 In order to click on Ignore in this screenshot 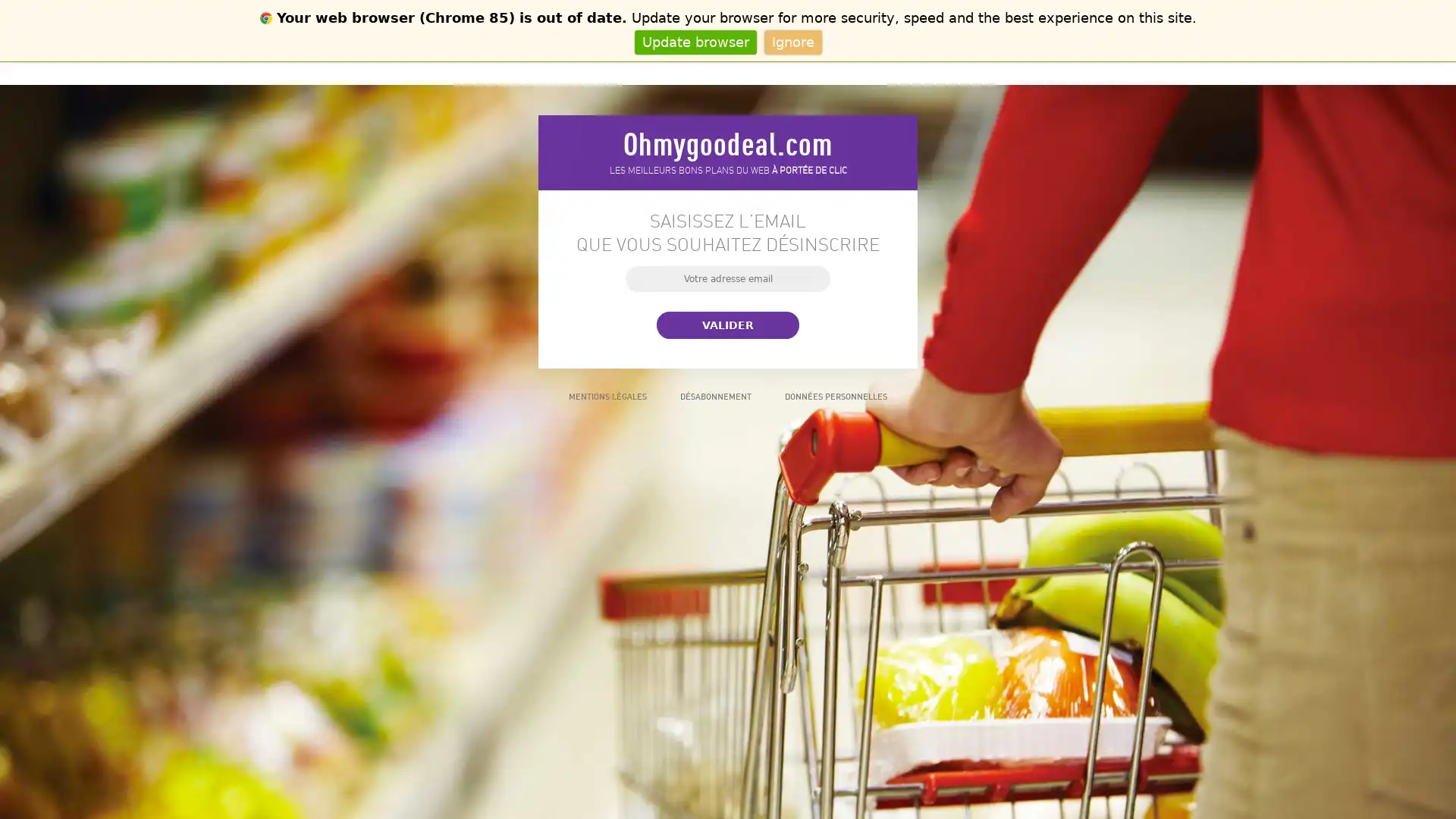, I will do `click(792, 41)`.